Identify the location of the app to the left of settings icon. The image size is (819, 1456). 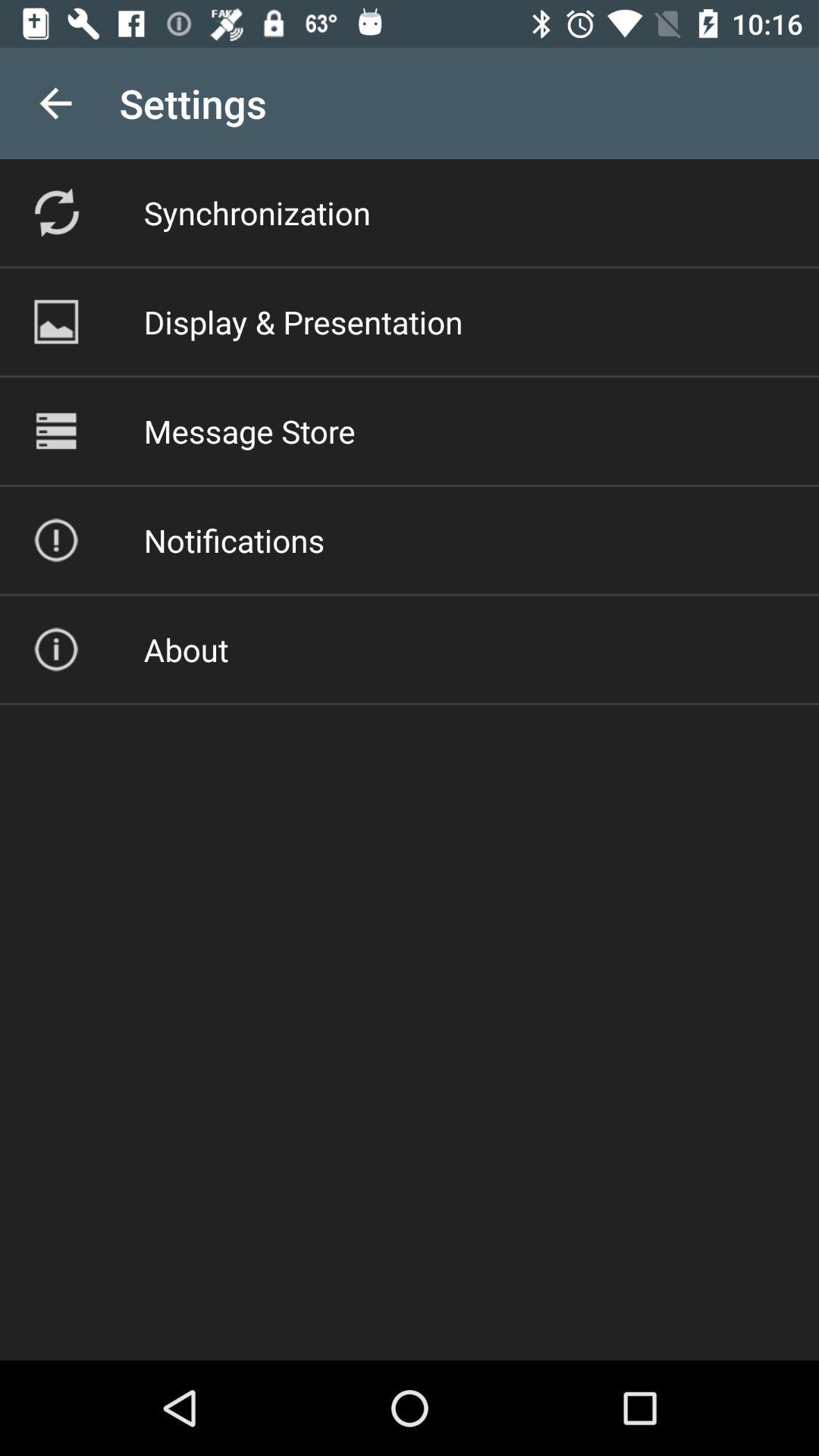
(55, 102).